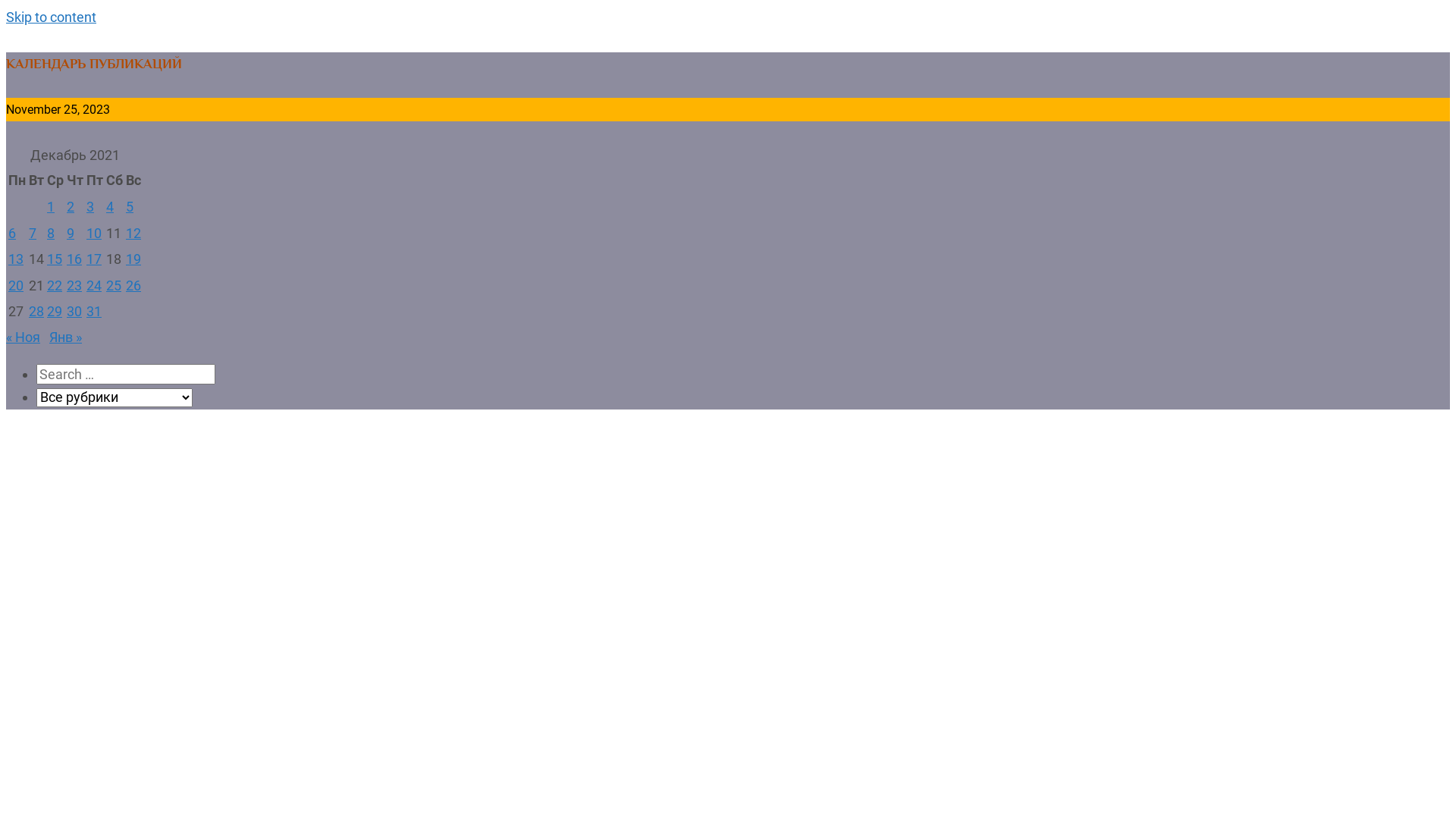  I want to click on '12', so click(126, 233).